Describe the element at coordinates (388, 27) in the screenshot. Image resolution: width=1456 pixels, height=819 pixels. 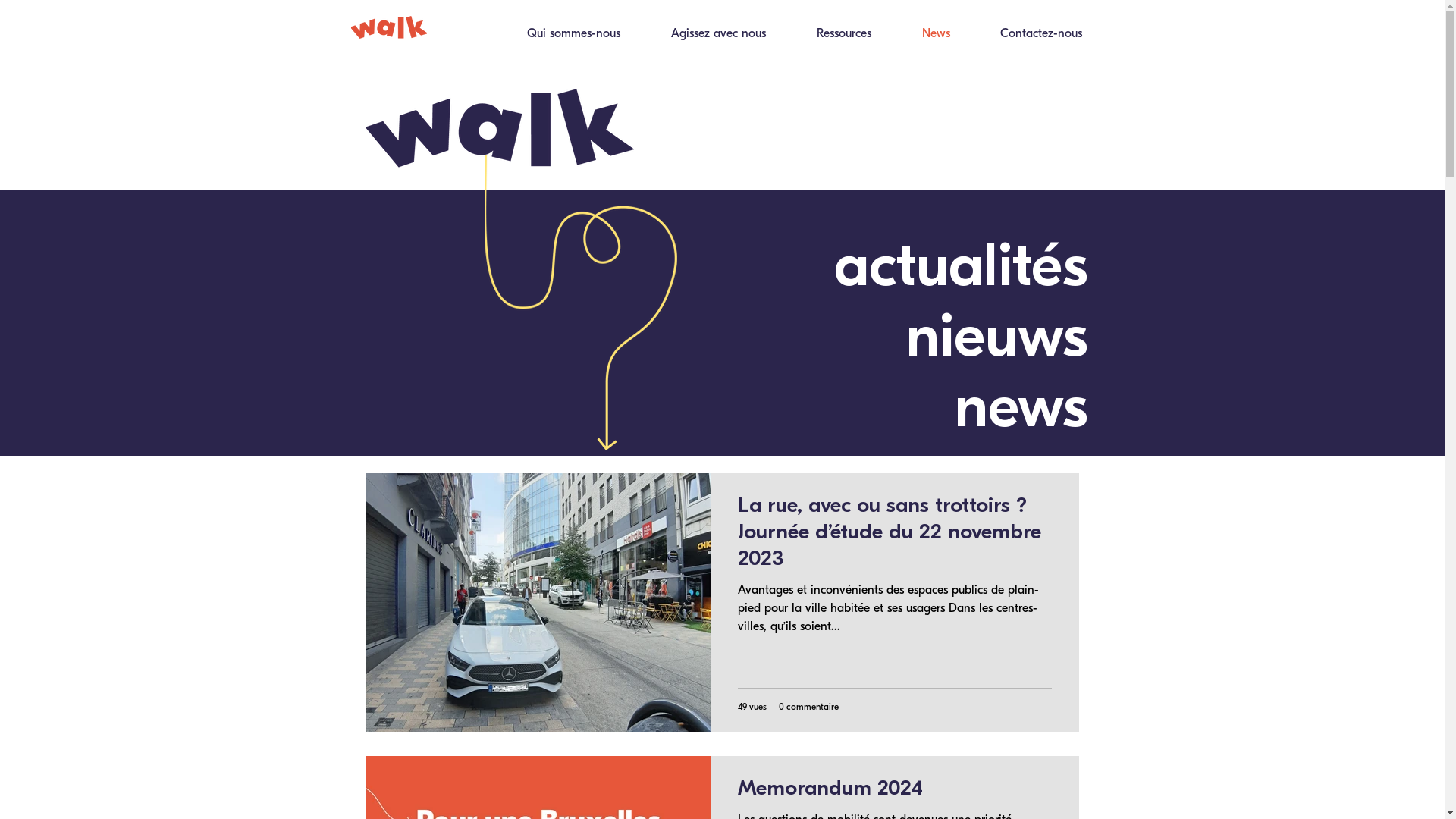
I see `'Walk_orange.png'` at that location.